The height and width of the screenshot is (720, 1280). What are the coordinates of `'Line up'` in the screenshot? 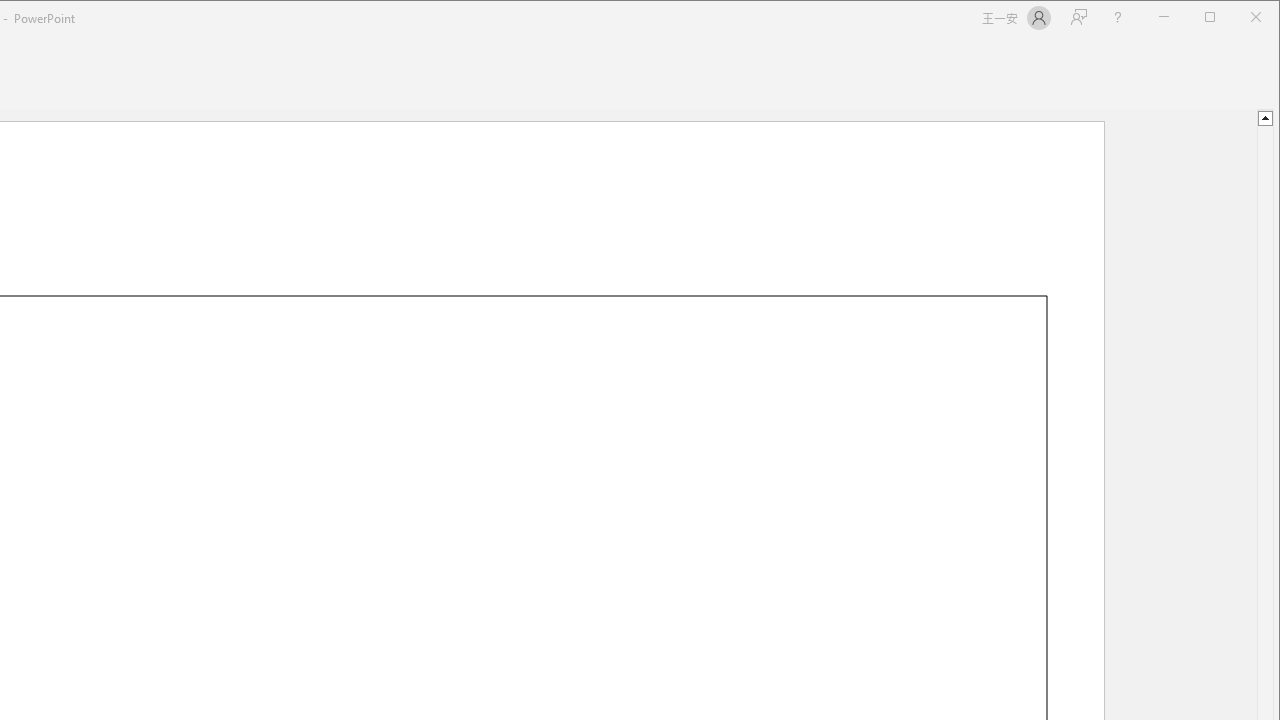 It's located at (1264, 117).